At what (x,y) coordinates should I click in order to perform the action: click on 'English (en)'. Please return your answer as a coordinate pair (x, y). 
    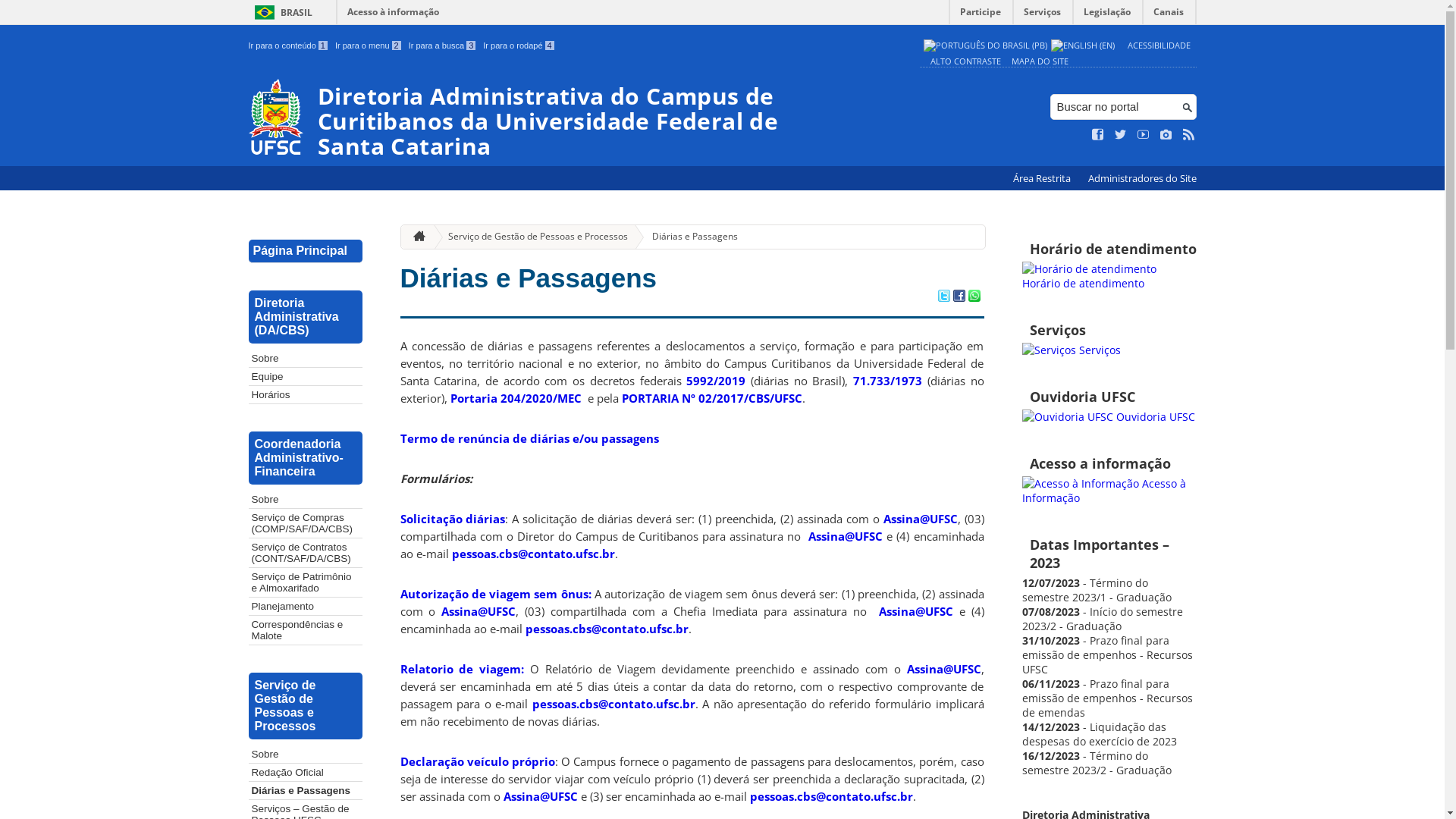
    Looking at the image, I should click on (1082, 44).